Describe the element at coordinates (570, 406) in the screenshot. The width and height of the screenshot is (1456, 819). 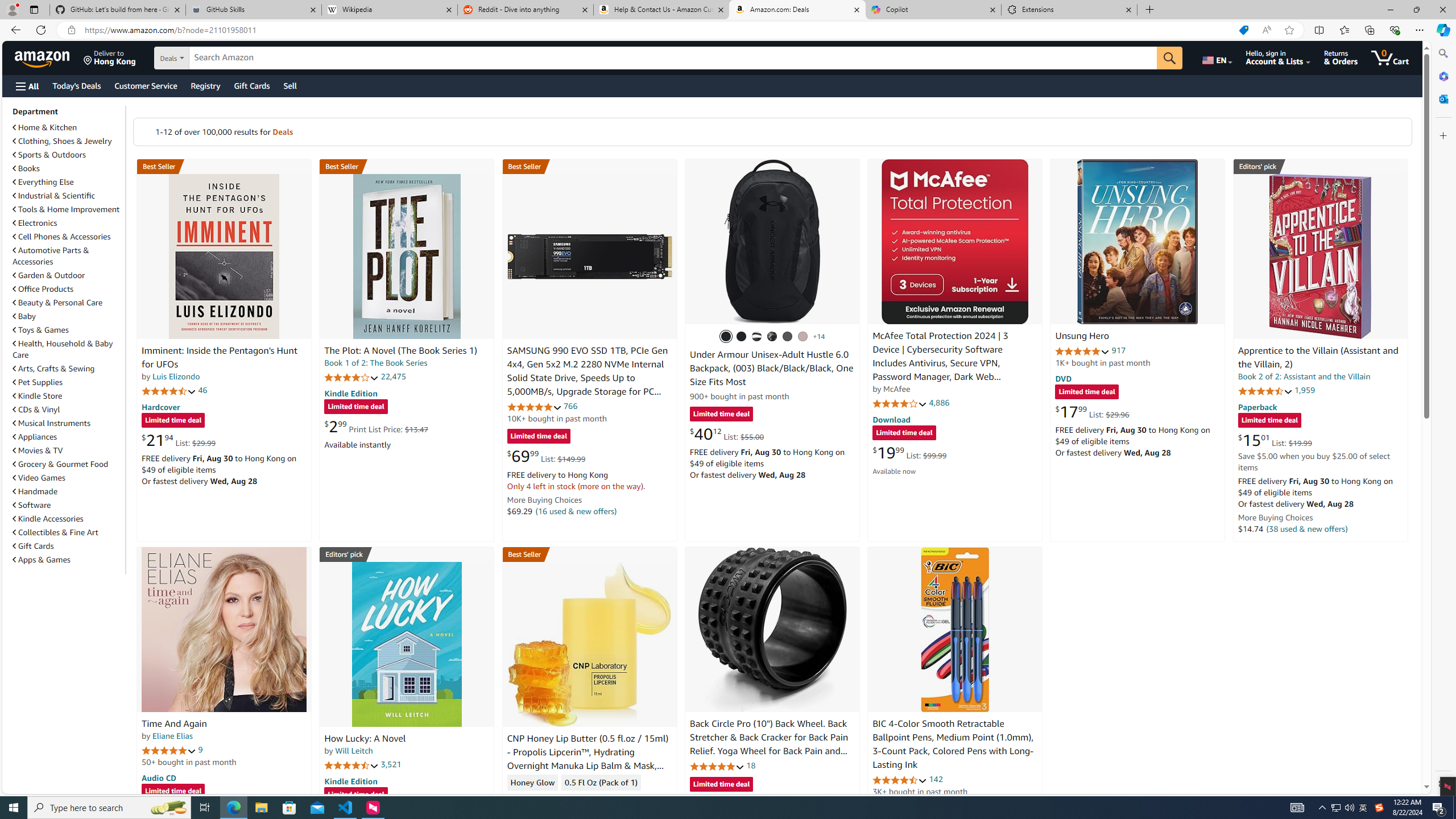
I see `'766'` at that location.